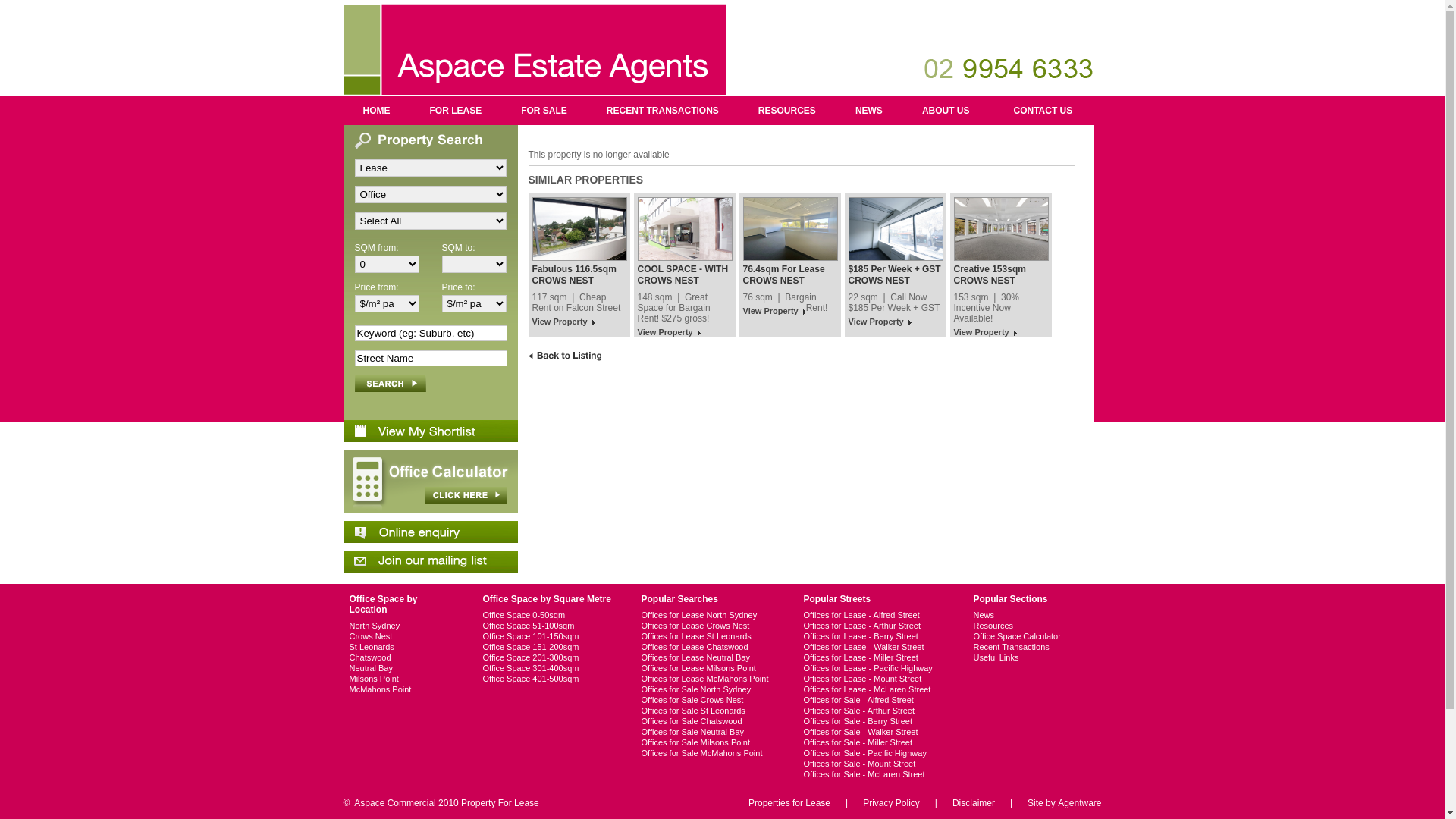  What do you see at coordinates (341, 482) in the screenshot?
I see `'calculator'` at bounding box center [341, 482].